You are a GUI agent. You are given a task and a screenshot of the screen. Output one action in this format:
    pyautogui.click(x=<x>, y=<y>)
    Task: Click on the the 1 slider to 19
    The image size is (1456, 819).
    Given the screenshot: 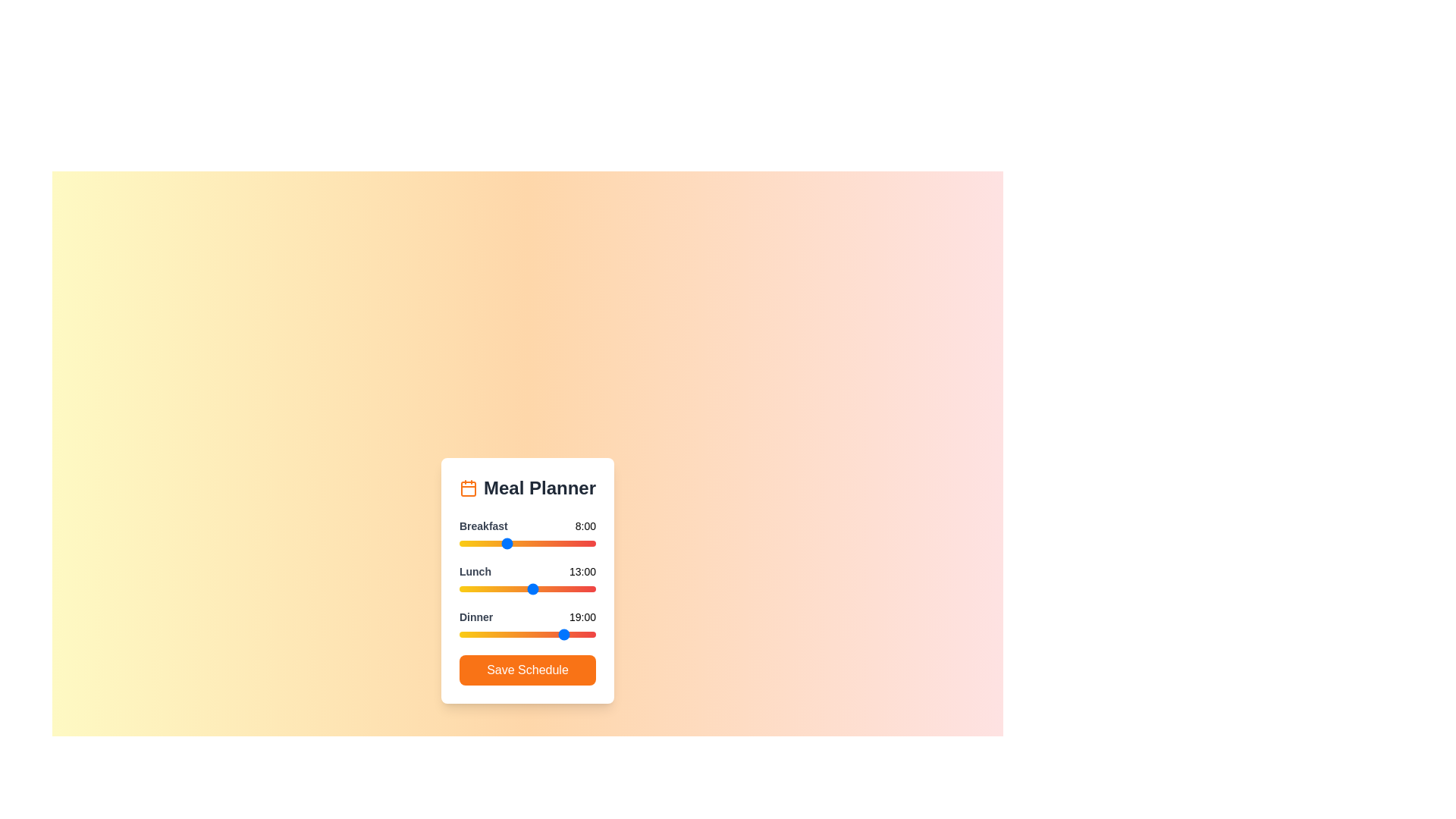 What is the action you would take?
    pyautogui.click(x=566, y=588)
    